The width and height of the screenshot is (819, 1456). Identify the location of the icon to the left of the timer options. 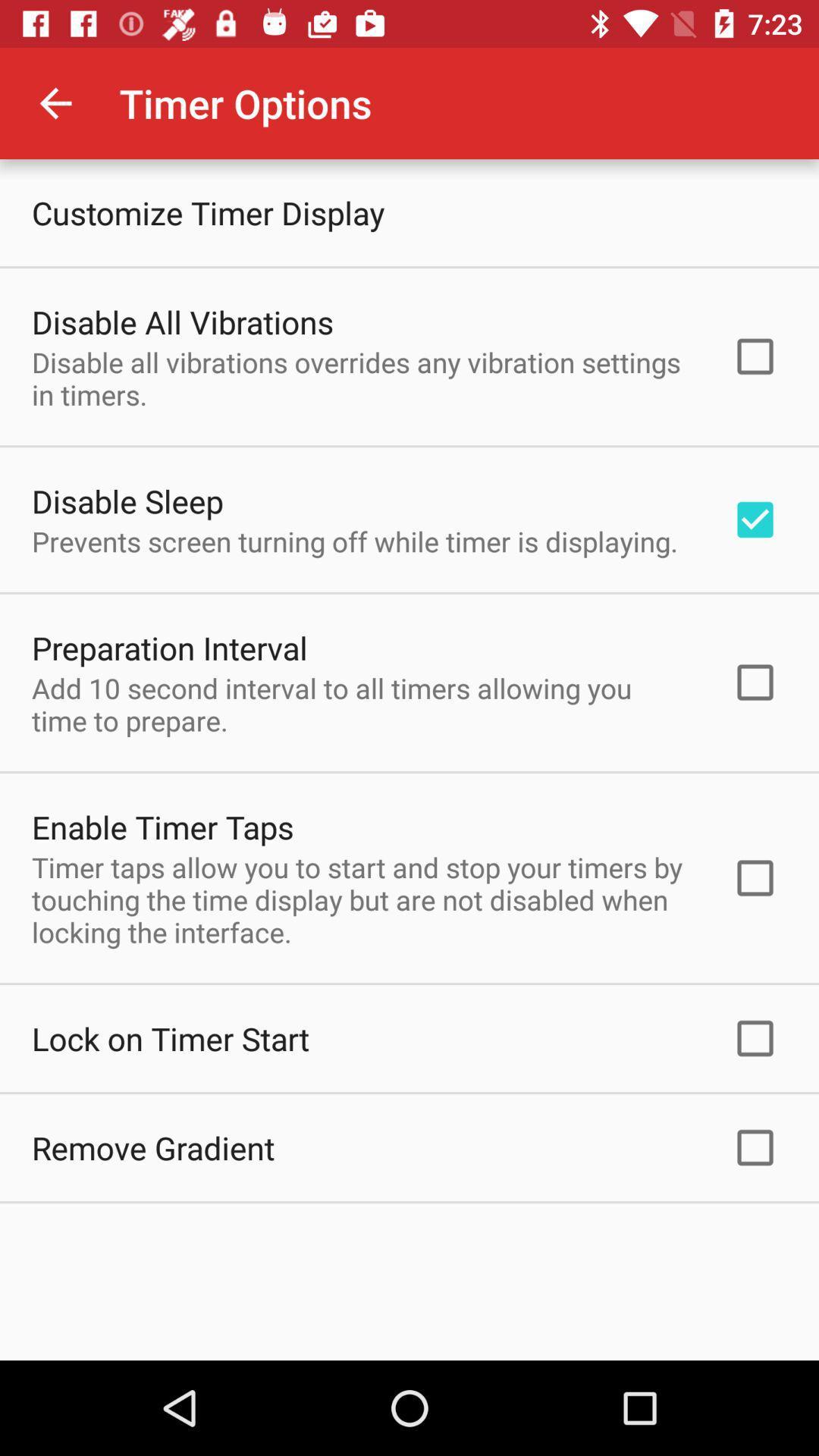
(55, 102).